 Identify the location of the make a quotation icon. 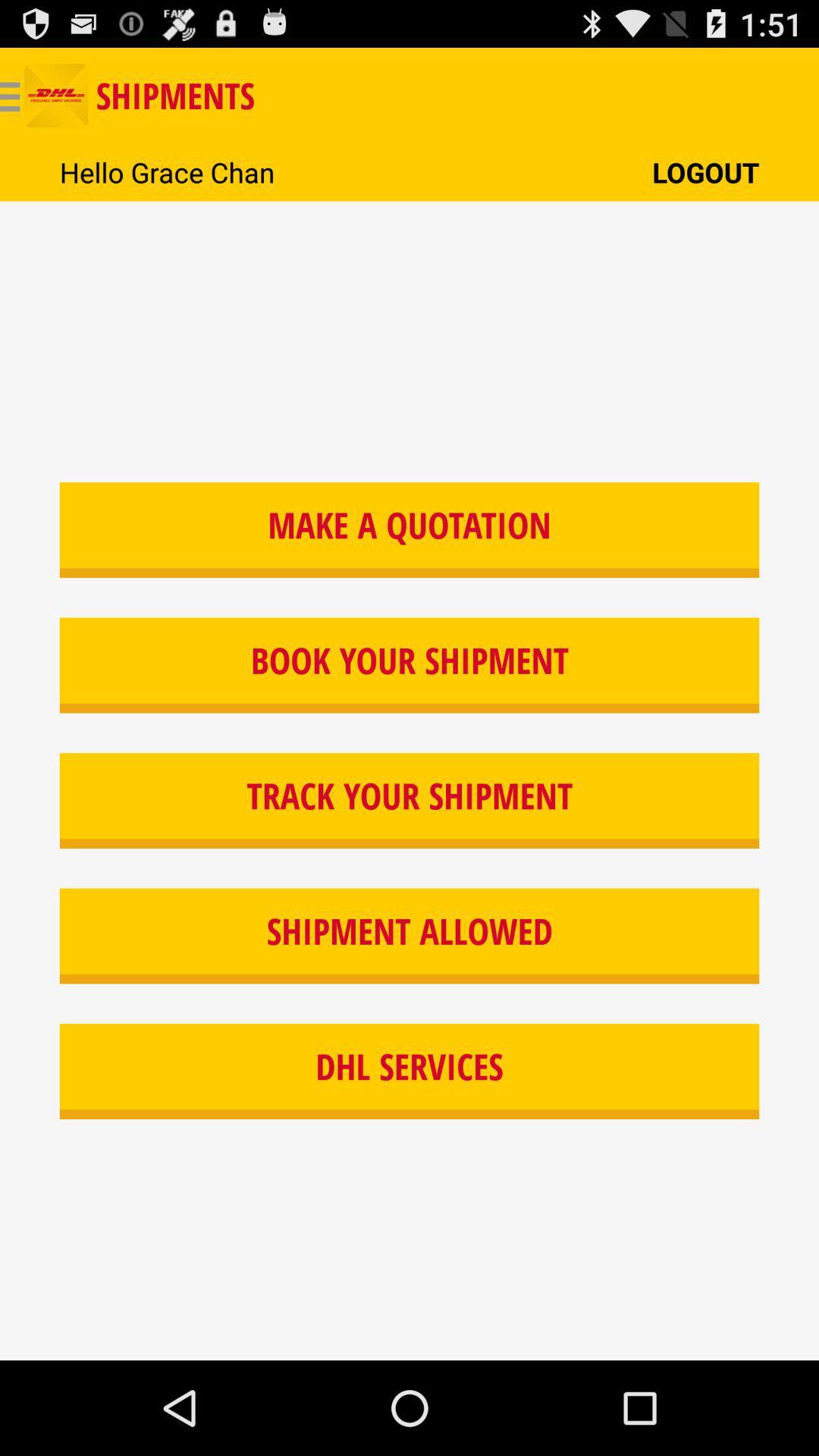
(409, 530).